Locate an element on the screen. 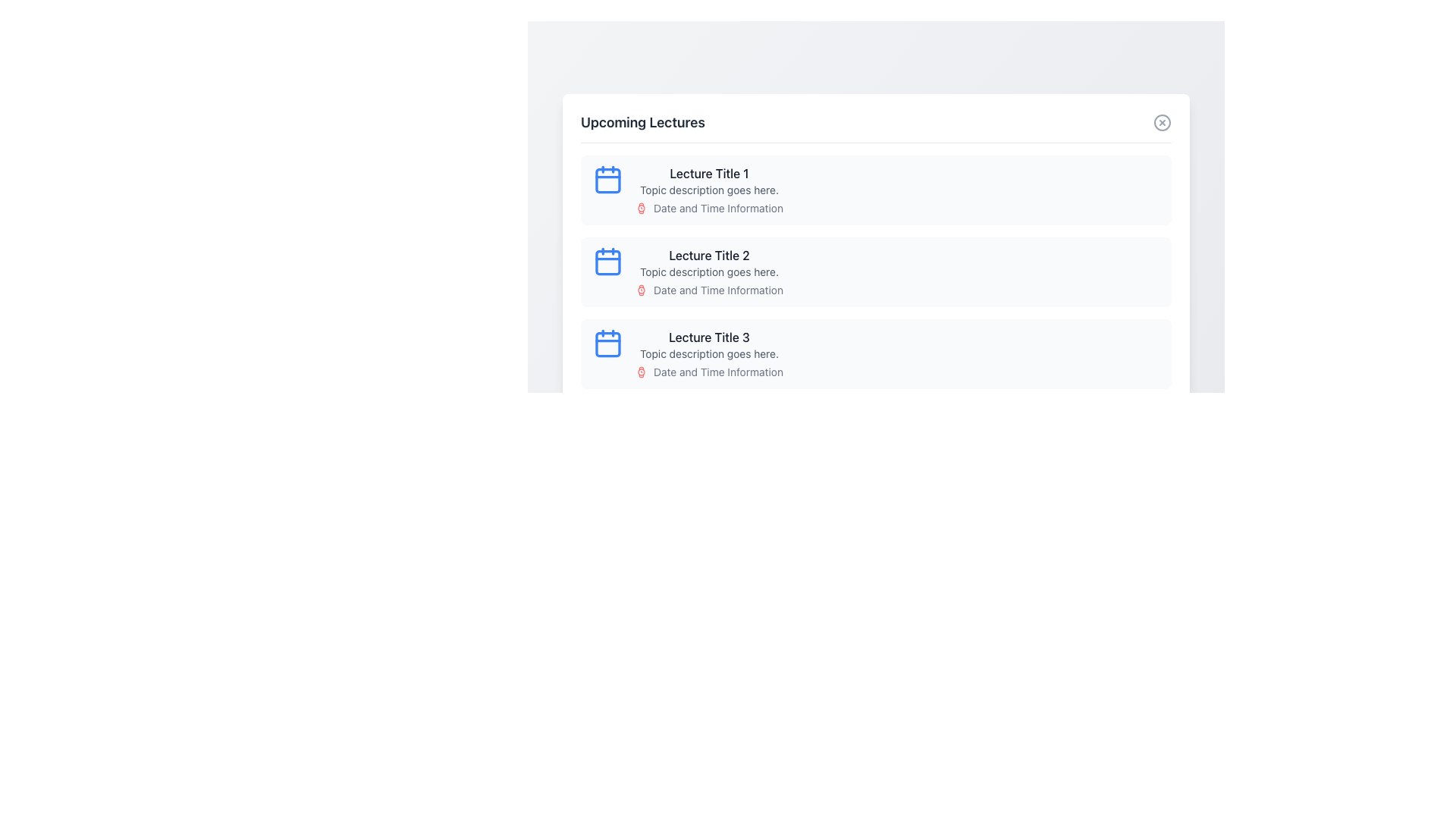 The height and width of the screenshot is (819, 1456). the decorative icon representing time-related context located before the text 'Date and Time Information' in the third entry under 'Upcoming Lectures' is located at coordinates (641, 372).